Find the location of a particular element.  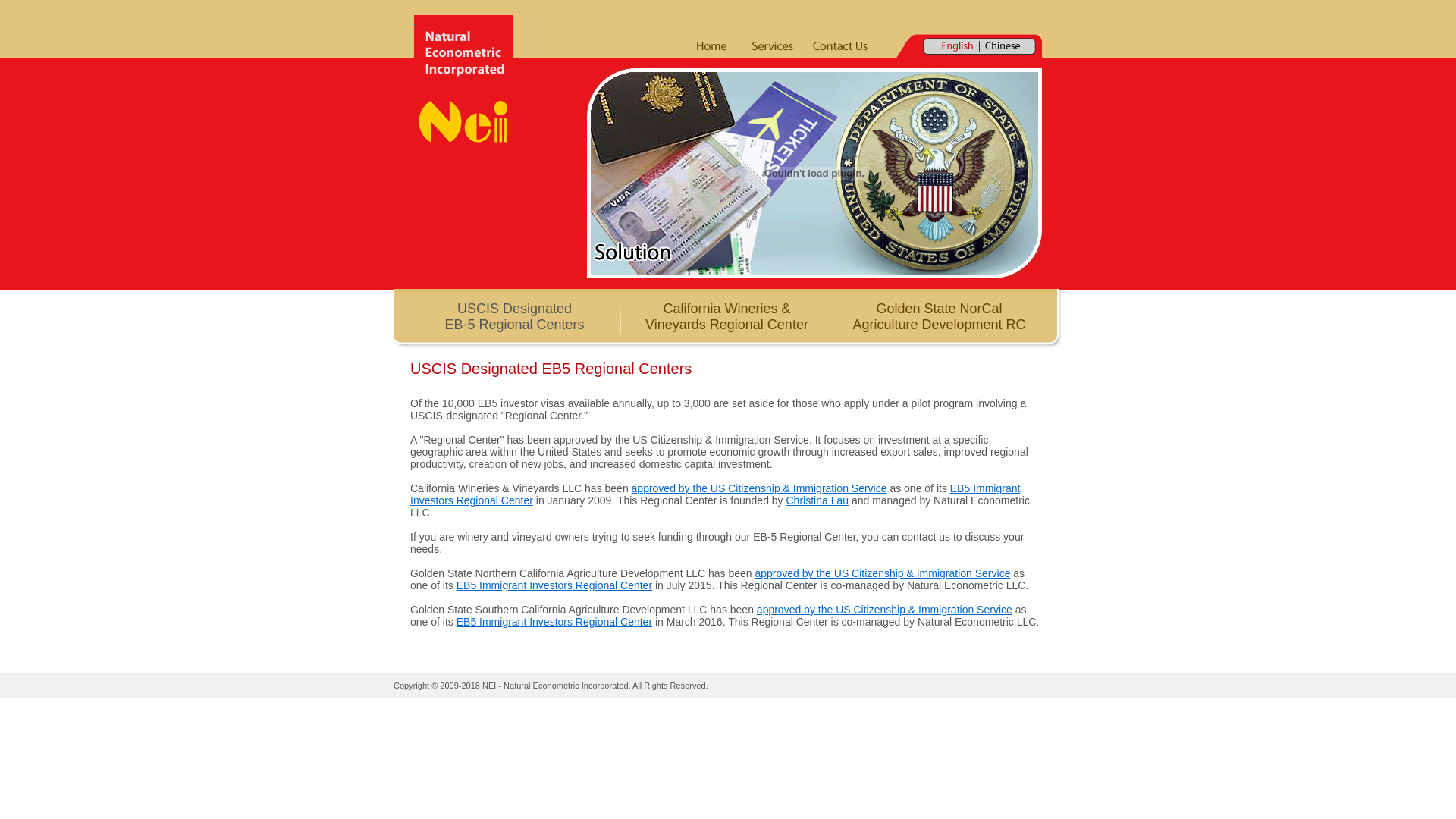

'approved by the US Citizenship & Immigration Service' is located at coordinates (884, 608).